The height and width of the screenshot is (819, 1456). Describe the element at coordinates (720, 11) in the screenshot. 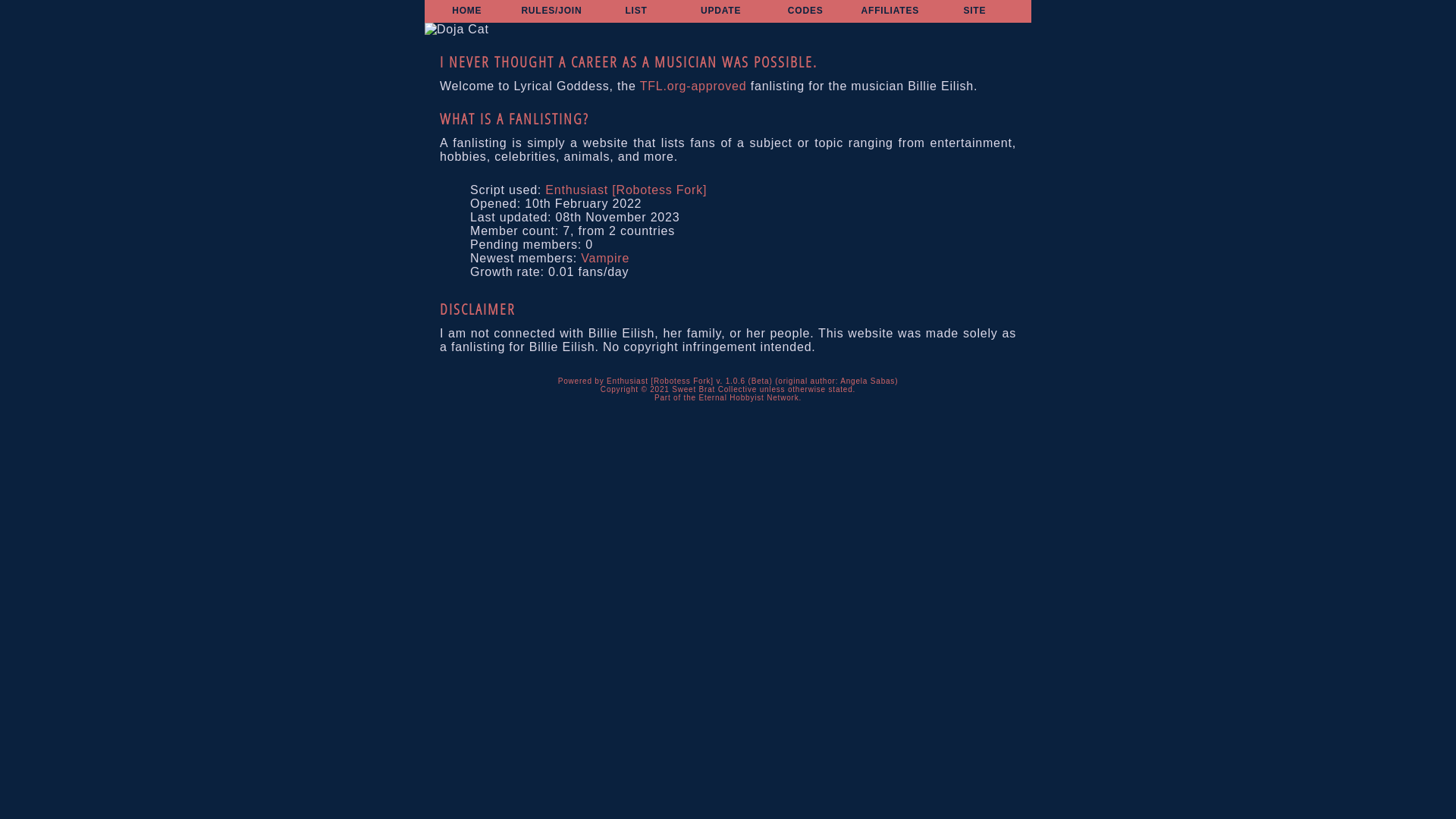

I see `'UPDATE'` at that location.